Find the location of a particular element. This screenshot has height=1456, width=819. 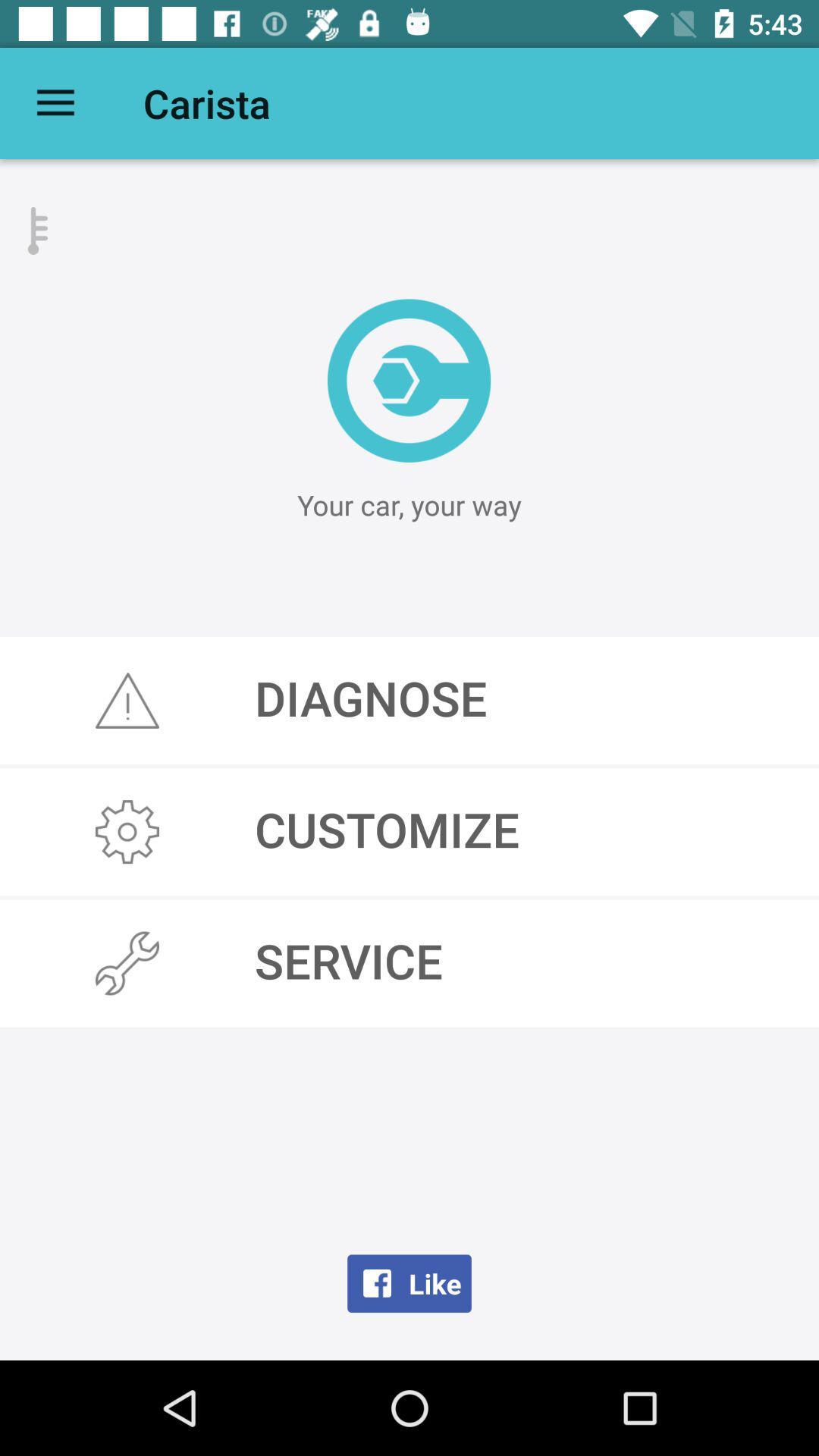

item next to carista icon is located at coordinates (55, 102).